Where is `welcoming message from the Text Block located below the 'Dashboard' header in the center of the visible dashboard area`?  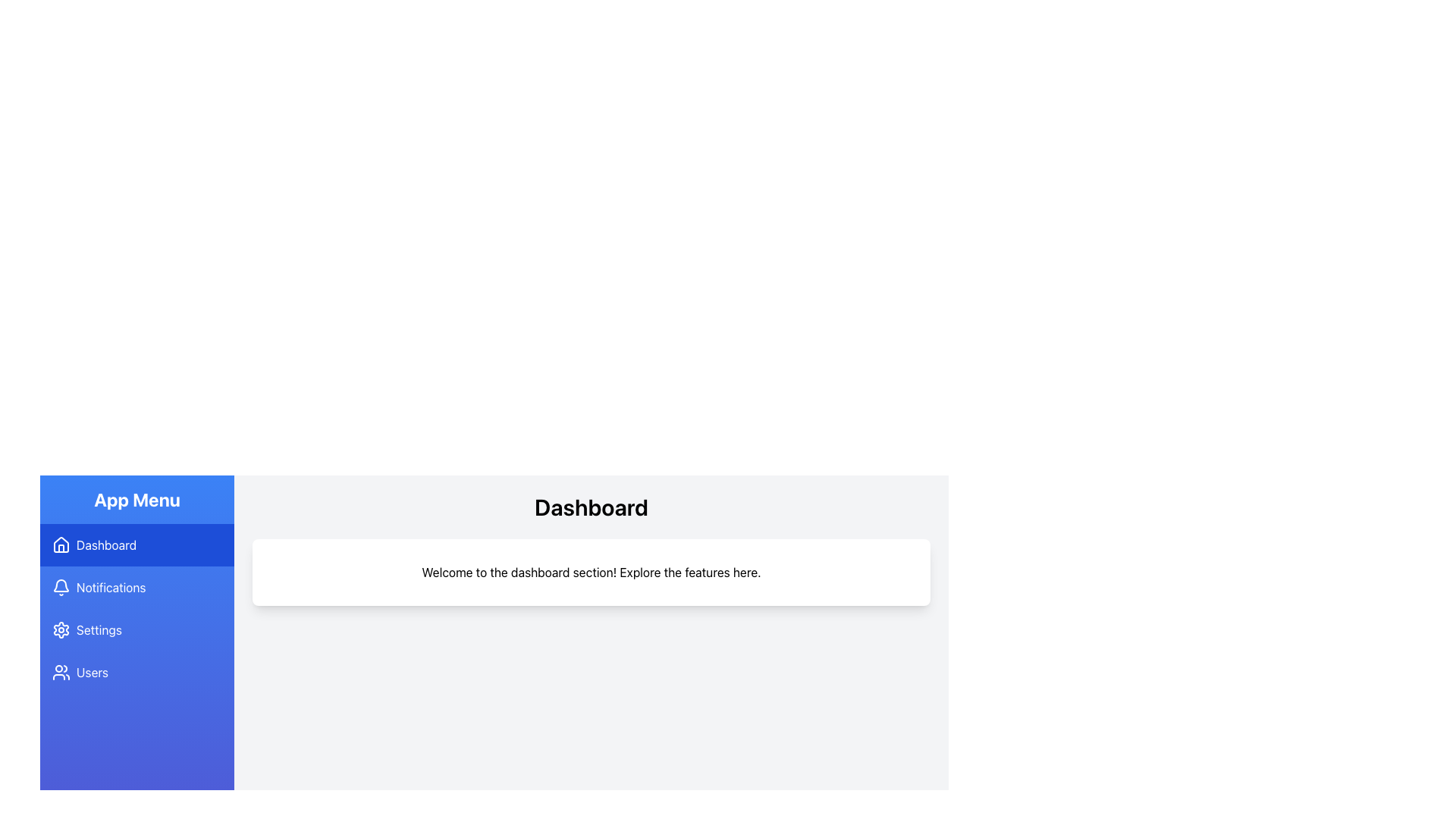
welcoming message from the Text Block located below the 'Dashboard' header in the center of the visible dashboard area is located at coordinates (590, 573).